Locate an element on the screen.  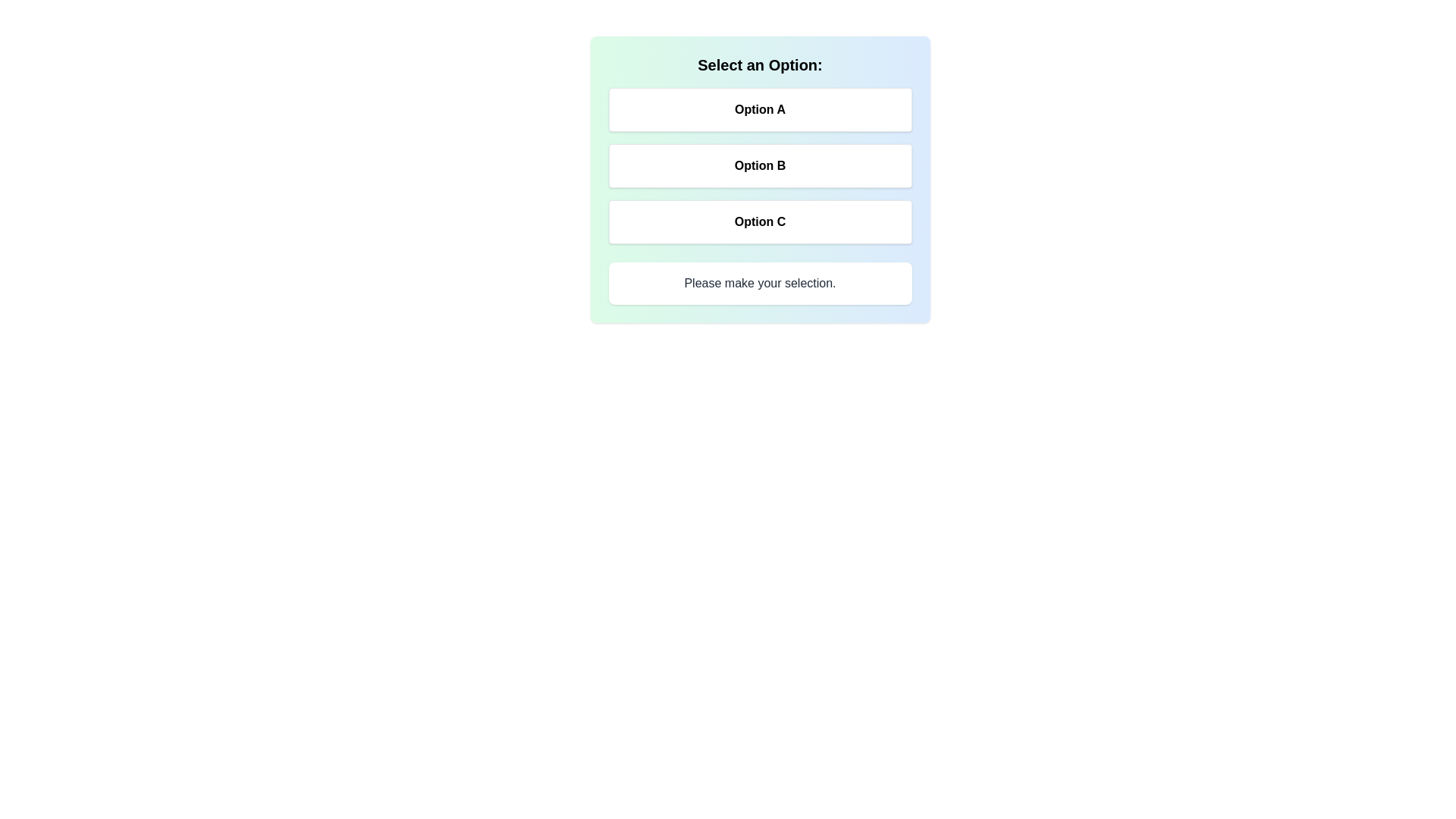
the middle button labeled 'Option B', which is styled as a rectangular button with rounded corners and a white background is located at coordinates (760, 178).